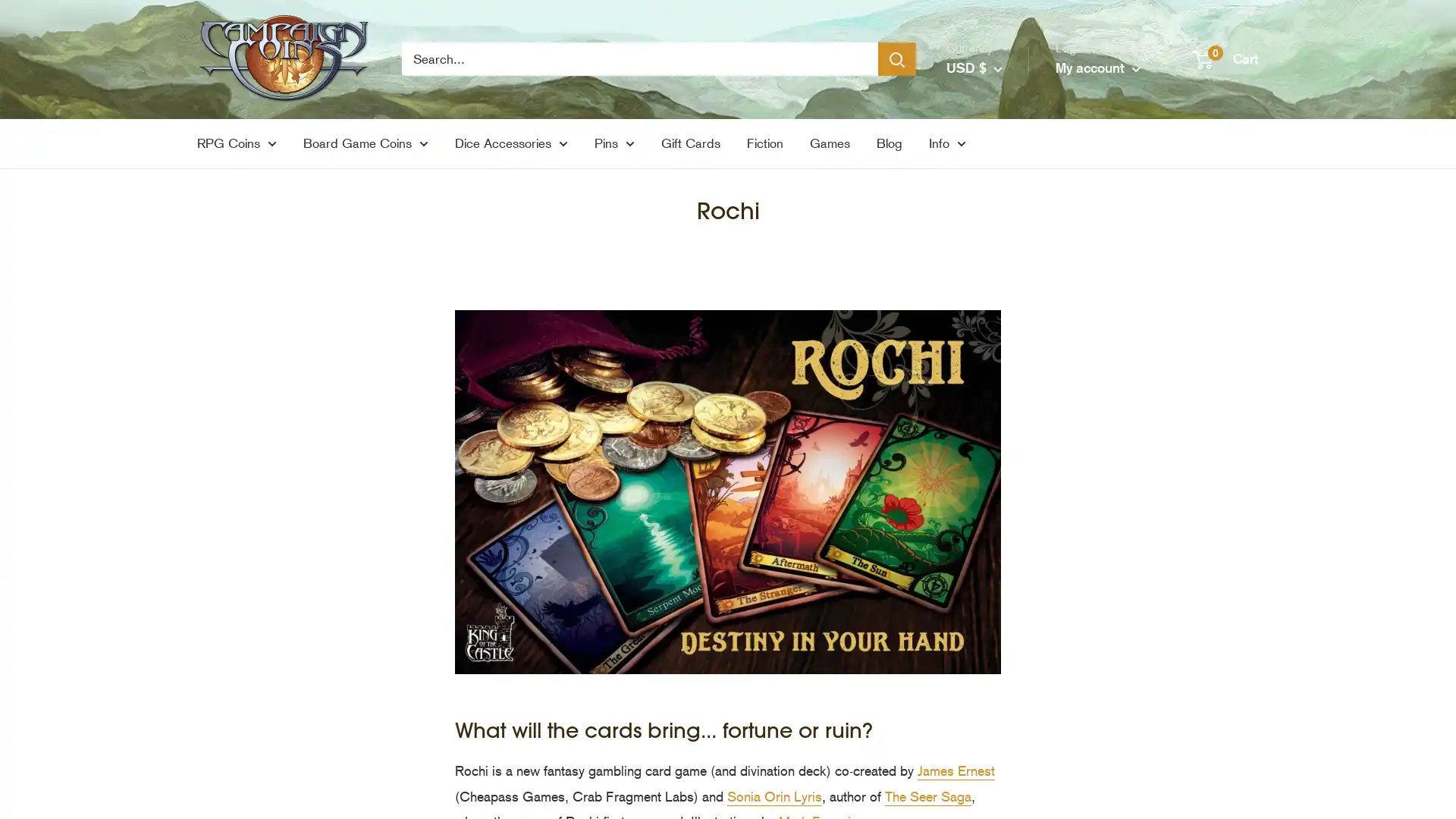 Image resolution: width=1456 pixels, height=819 pixels. I want to click on Search, so click(896, 58).